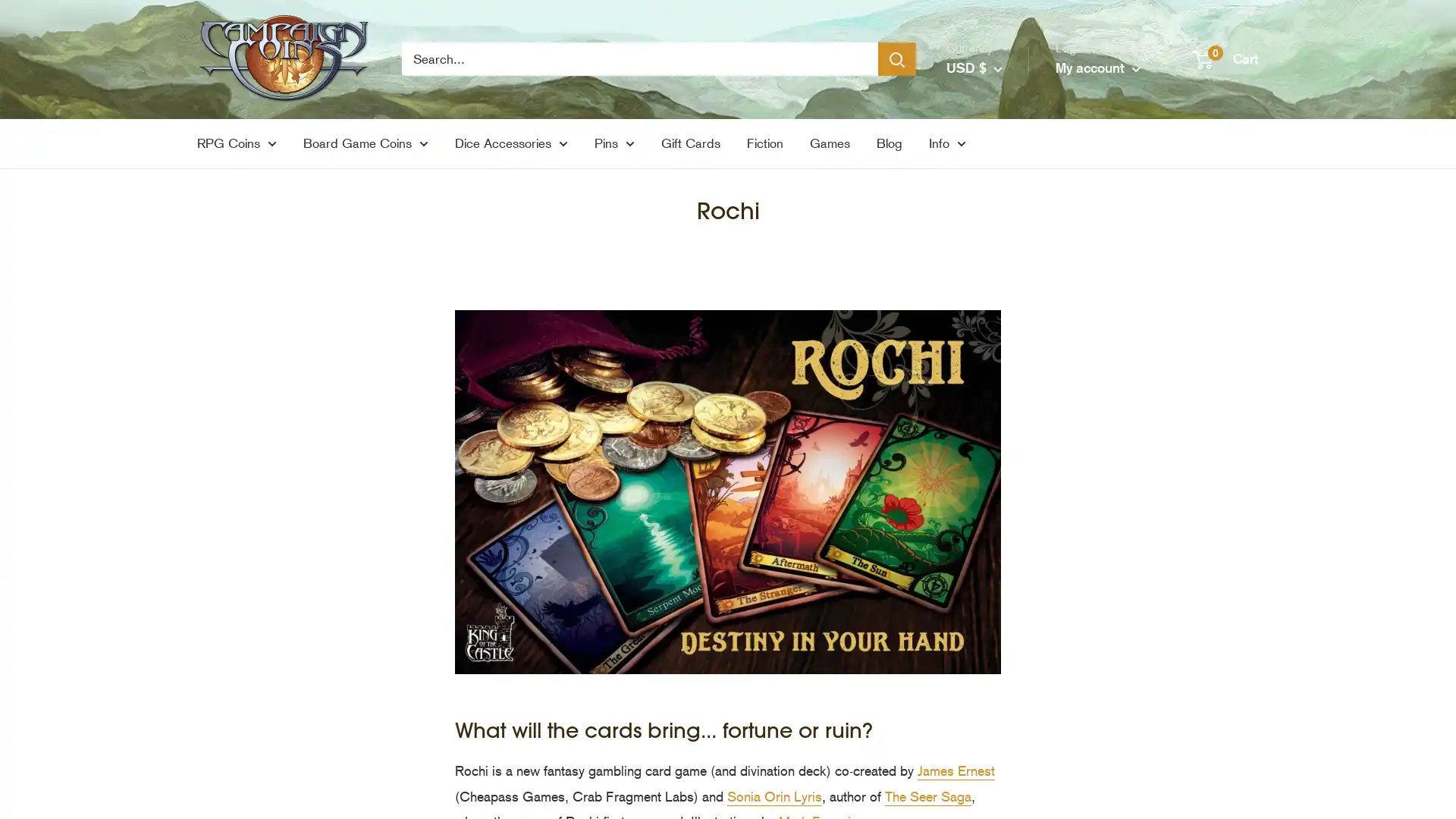 Image resolution: width=1456 pixels, height=819 pixels. I want to click on Search, so click(896, 58).